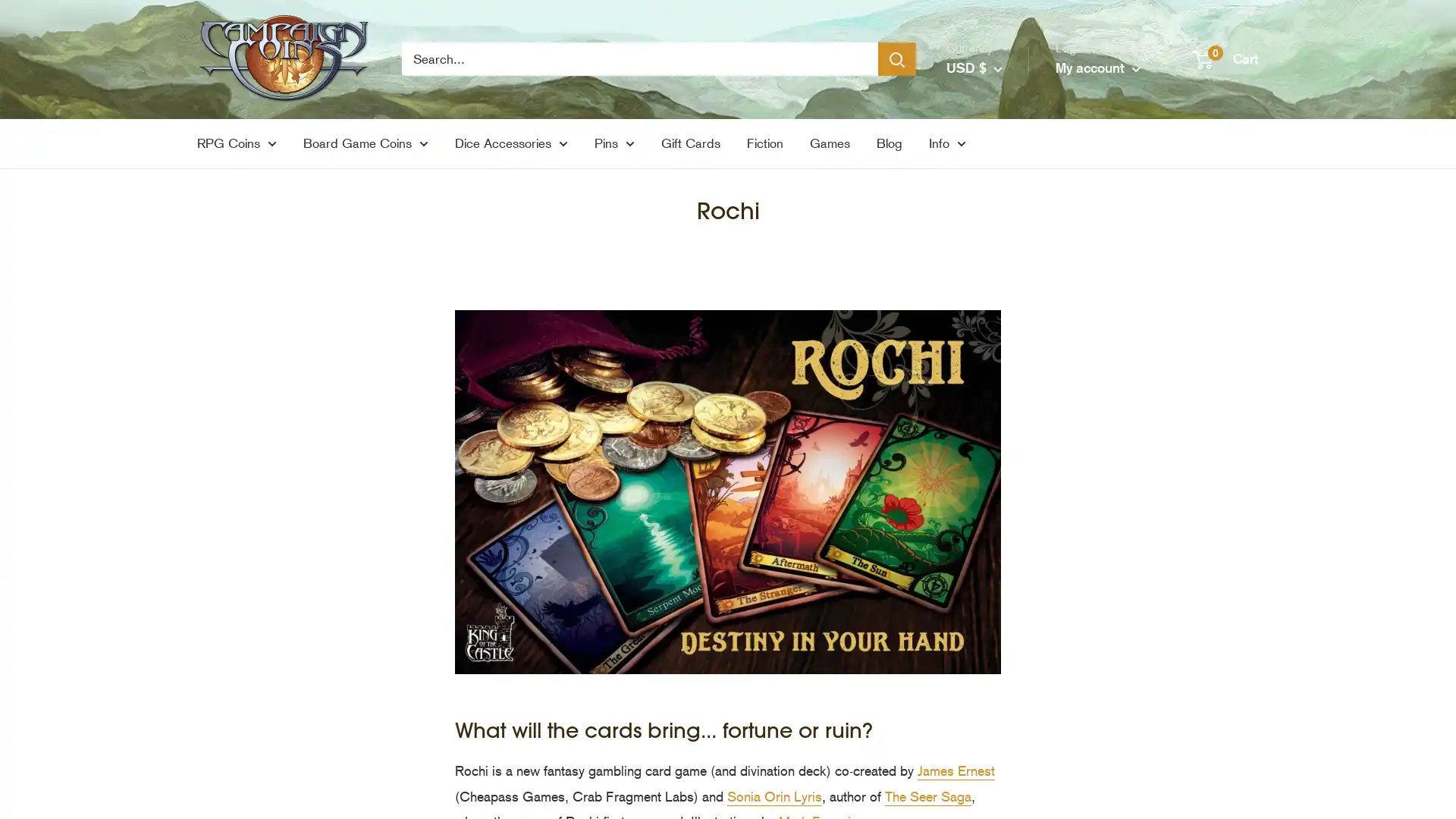 Image resolution: width=1456 pixels, height=819 pixels. I want to click on Search, so click(896, 58).